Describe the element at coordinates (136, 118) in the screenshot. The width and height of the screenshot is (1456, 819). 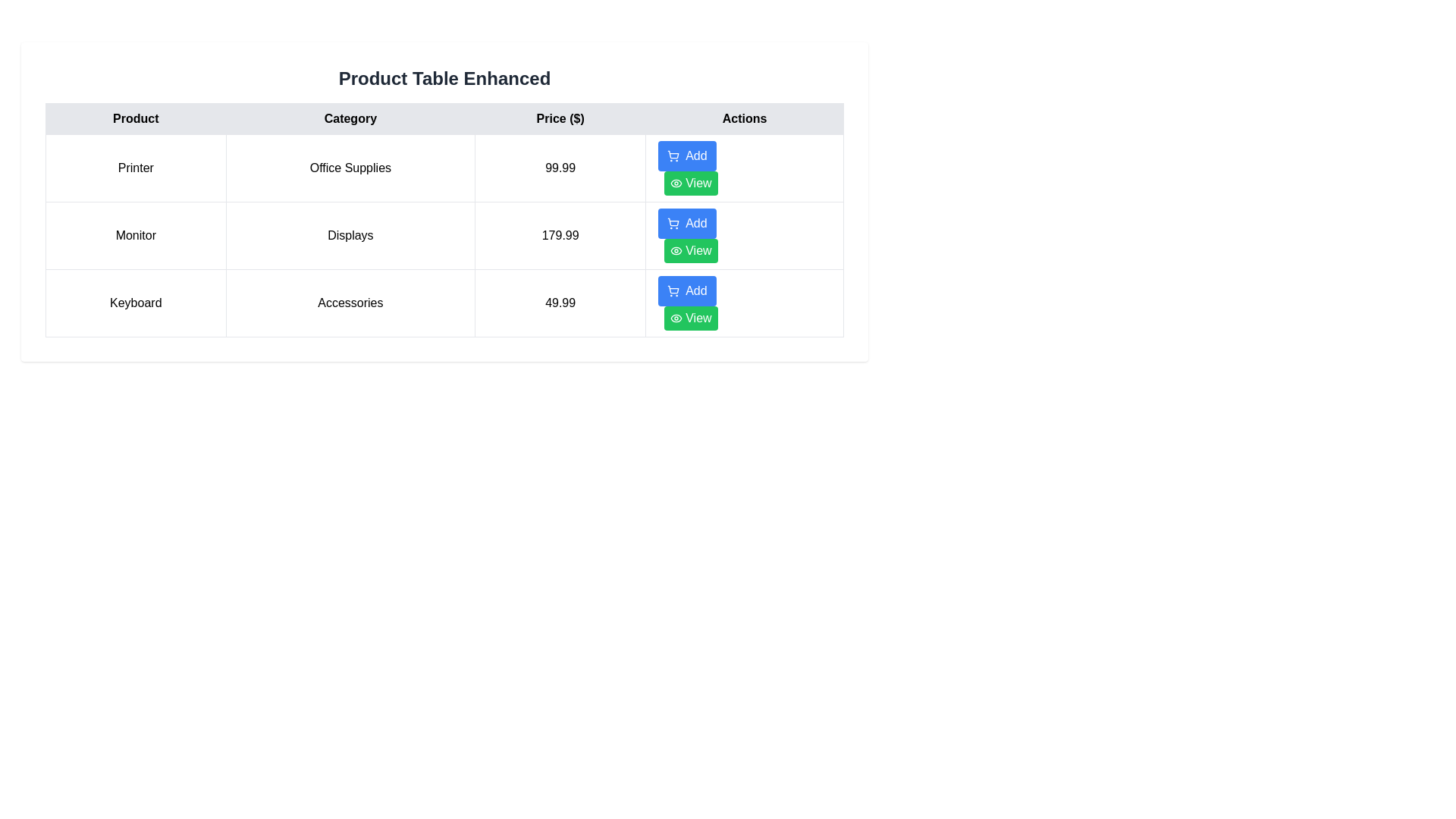
I see `text 'Product' from the header cell of the table that indicates the content of the 'Product' column, positioned as the first cell in the header row` at that location.